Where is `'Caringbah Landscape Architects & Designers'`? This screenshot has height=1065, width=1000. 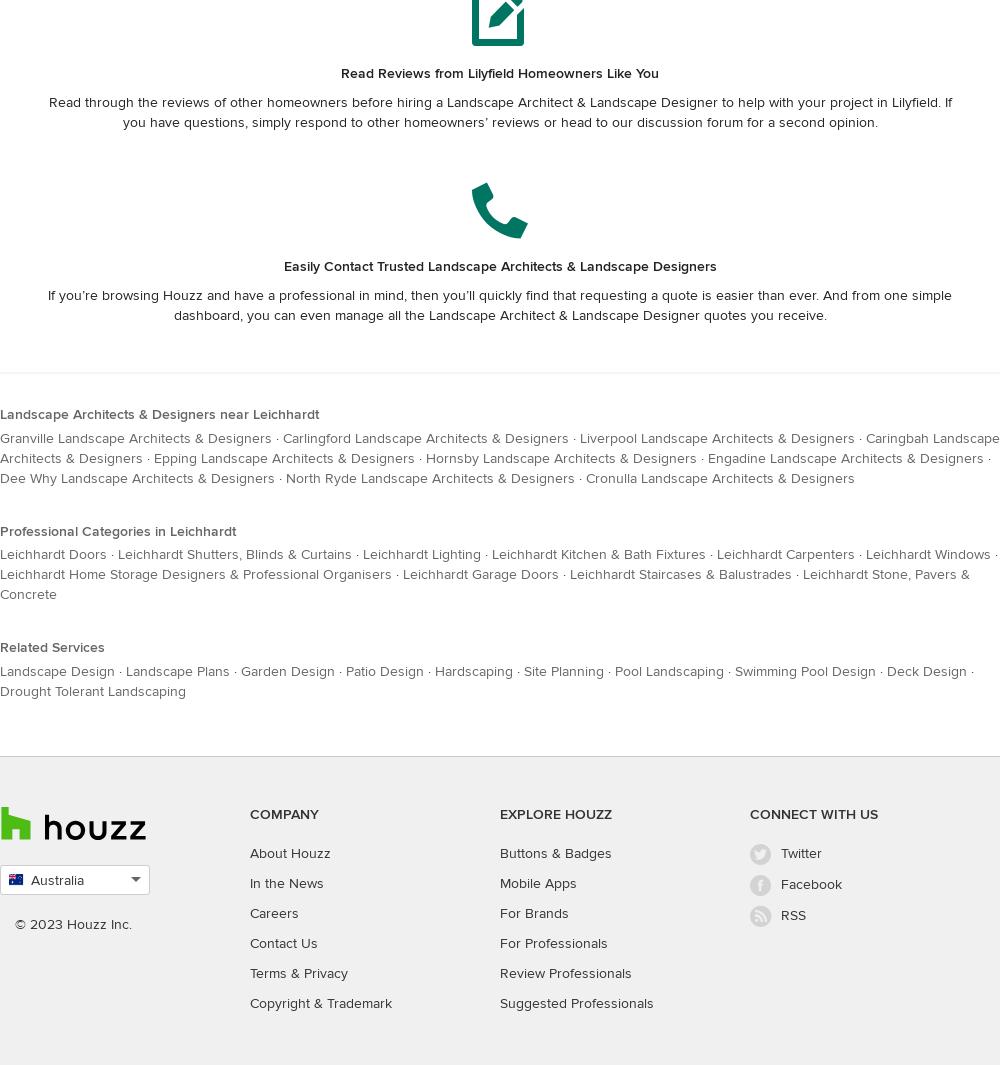 'Caringbah Landscape Architects & Designers' is located at coordinates (500, 446).